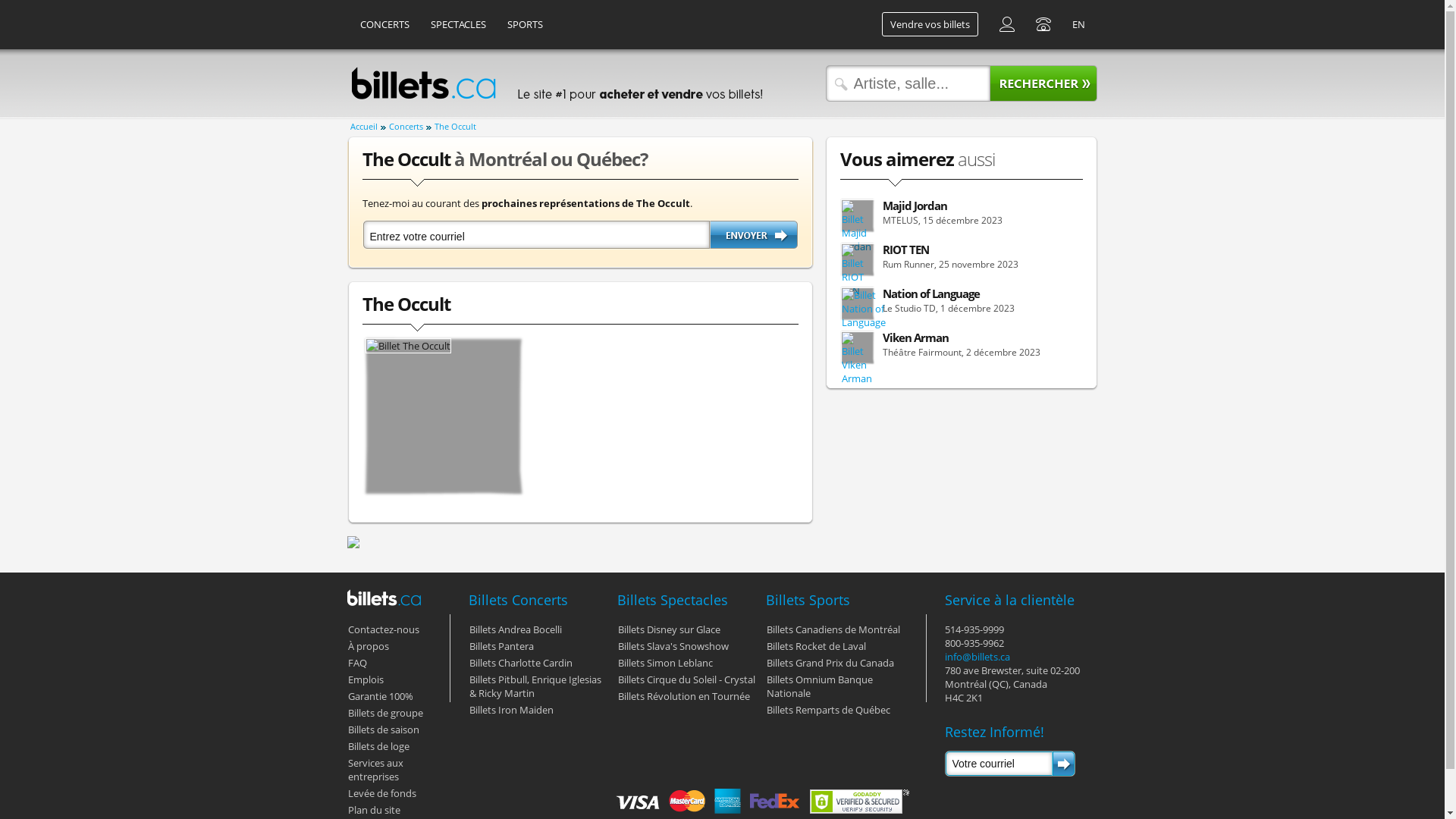  I want to click on 'Billets Simon Leblanc', so click(664, 662).